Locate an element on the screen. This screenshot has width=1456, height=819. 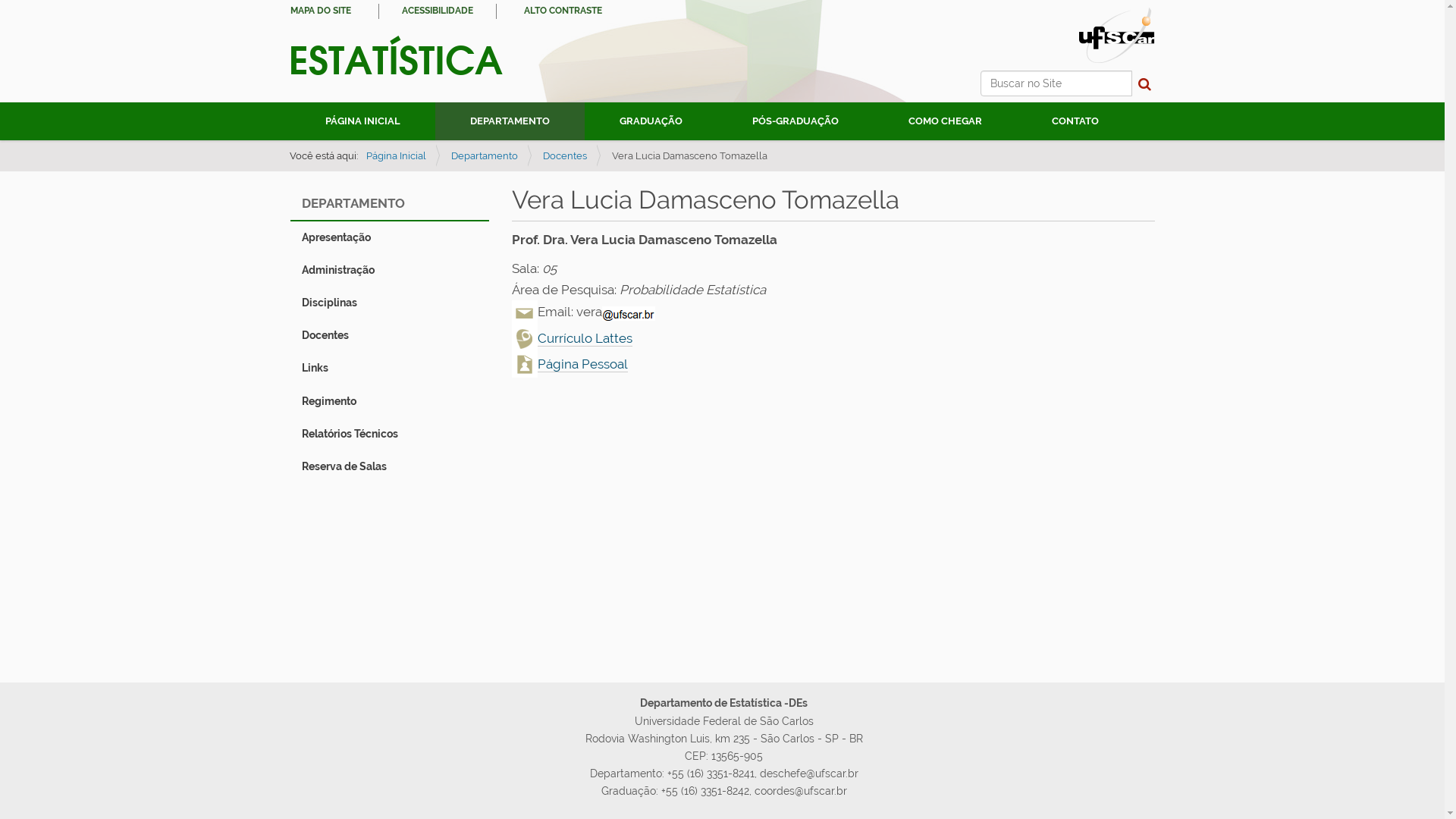
'CONTATO' is located at coordinates (1015, 120).